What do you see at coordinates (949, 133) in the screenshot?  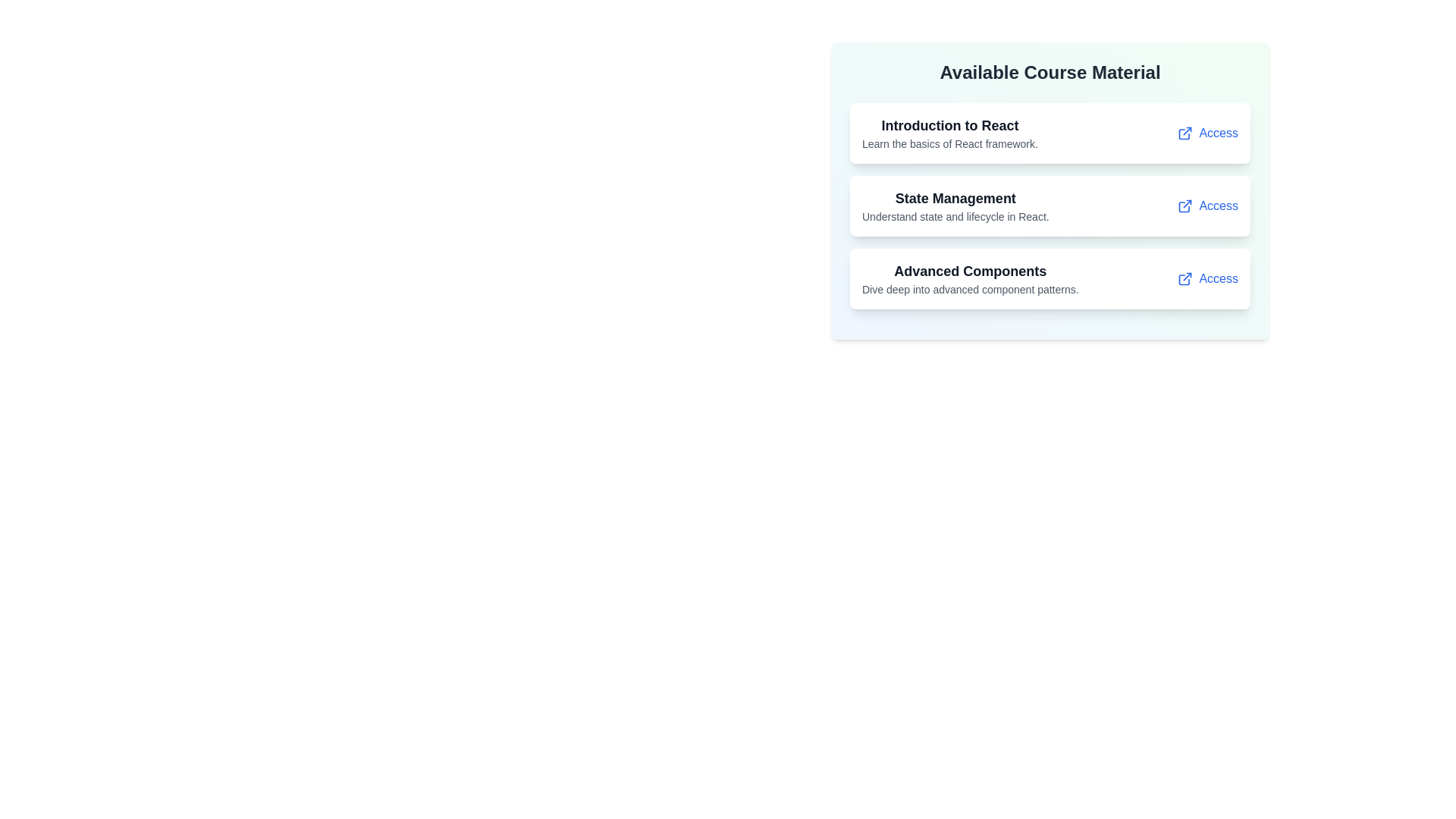 I see `the 'Introduction to React' item to expand its details` at bounding box center [949, 133].